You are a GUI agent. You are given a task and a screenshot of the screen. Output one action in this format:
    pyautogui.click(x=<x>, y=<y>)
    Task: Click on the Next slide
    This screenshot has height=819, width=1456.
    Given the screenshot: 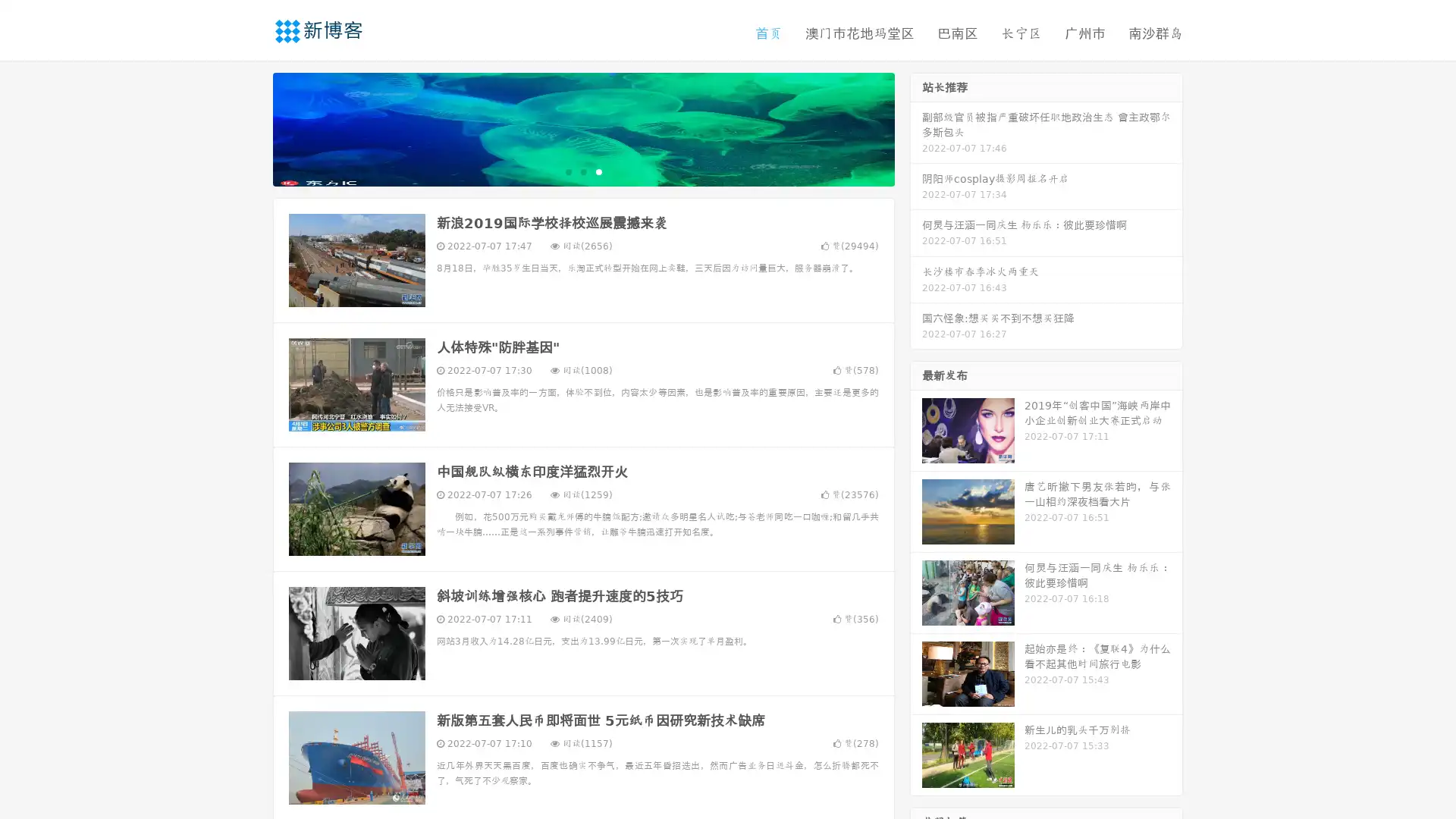 What is the action you would take?
    pyautogui.click(x=916, y=127)
    